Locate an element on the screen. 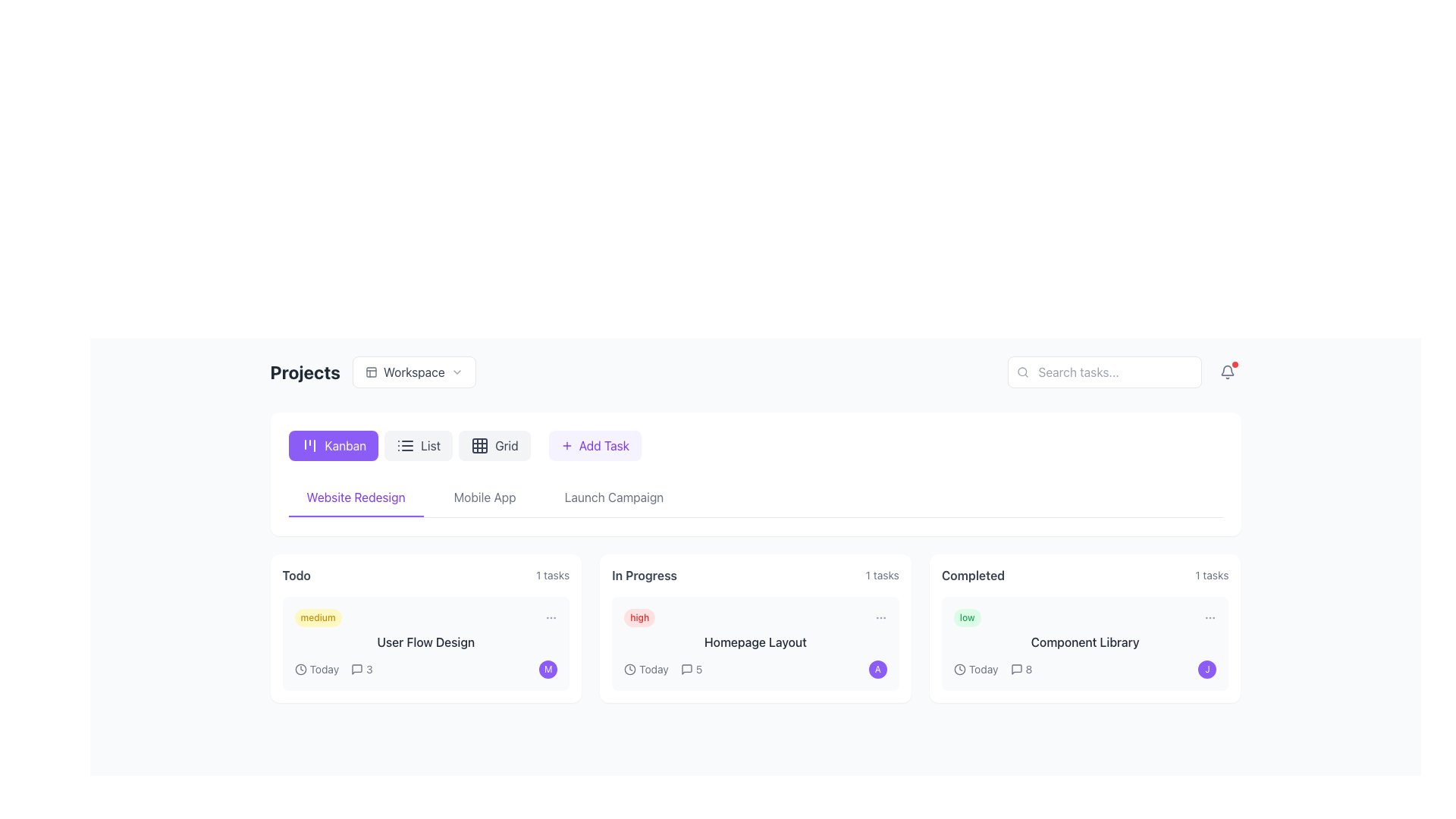 The height and width of the screenshot is (819, 1456). the button that switches the view mode to a list layout, positioned between the 'Kanban' button on the left and the 'Grid' button on the right, in the top-central area under the 'Projects' header to observe styling changes is located at coordinates (419, 444).